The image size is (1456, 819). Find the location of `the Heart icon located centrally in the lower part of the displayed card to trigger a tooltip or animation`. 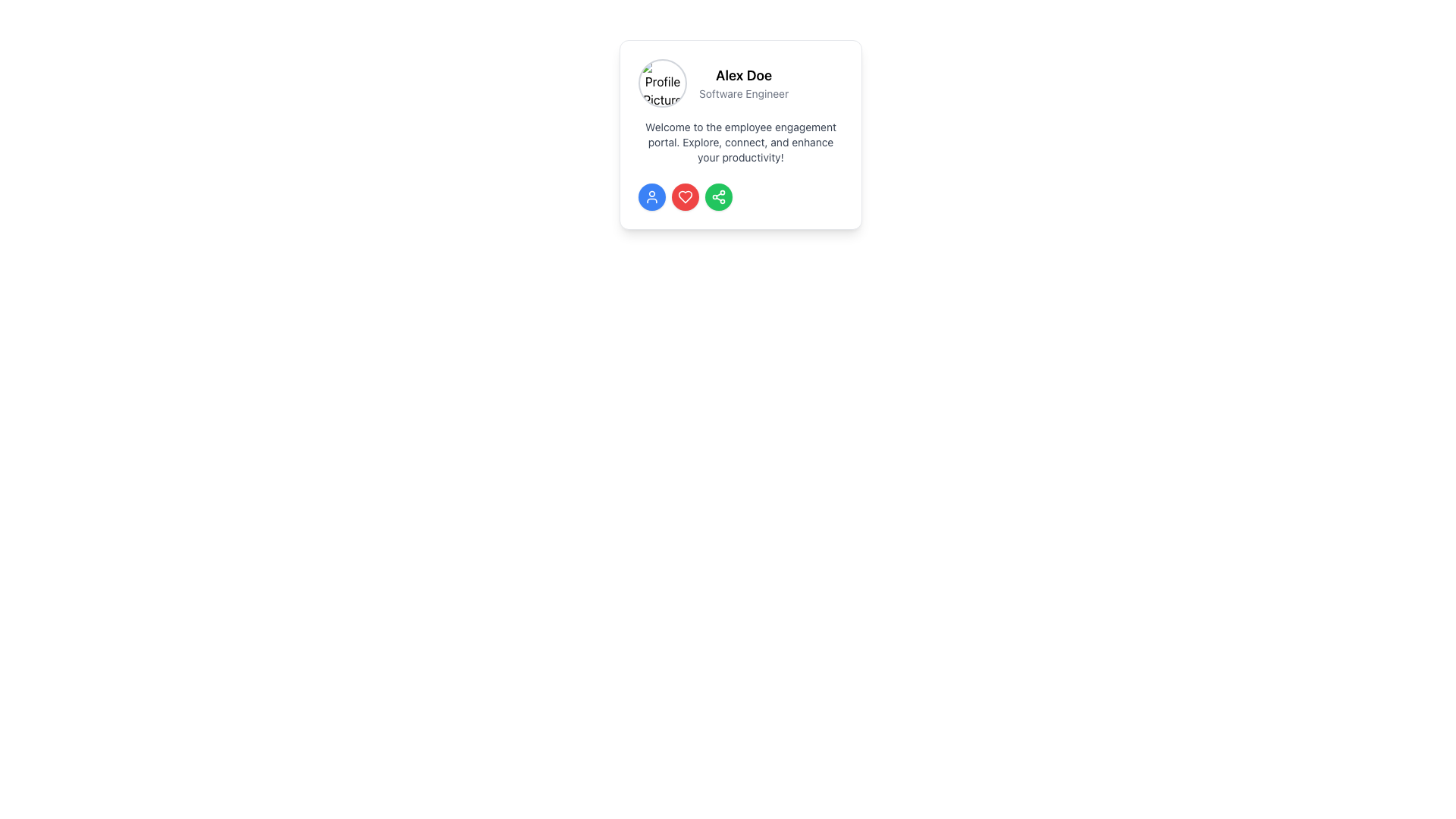

the Heart icon located centrally in the lower part of the displayed card to trigger a tooltip or animation is located at coordinates (684, 196).